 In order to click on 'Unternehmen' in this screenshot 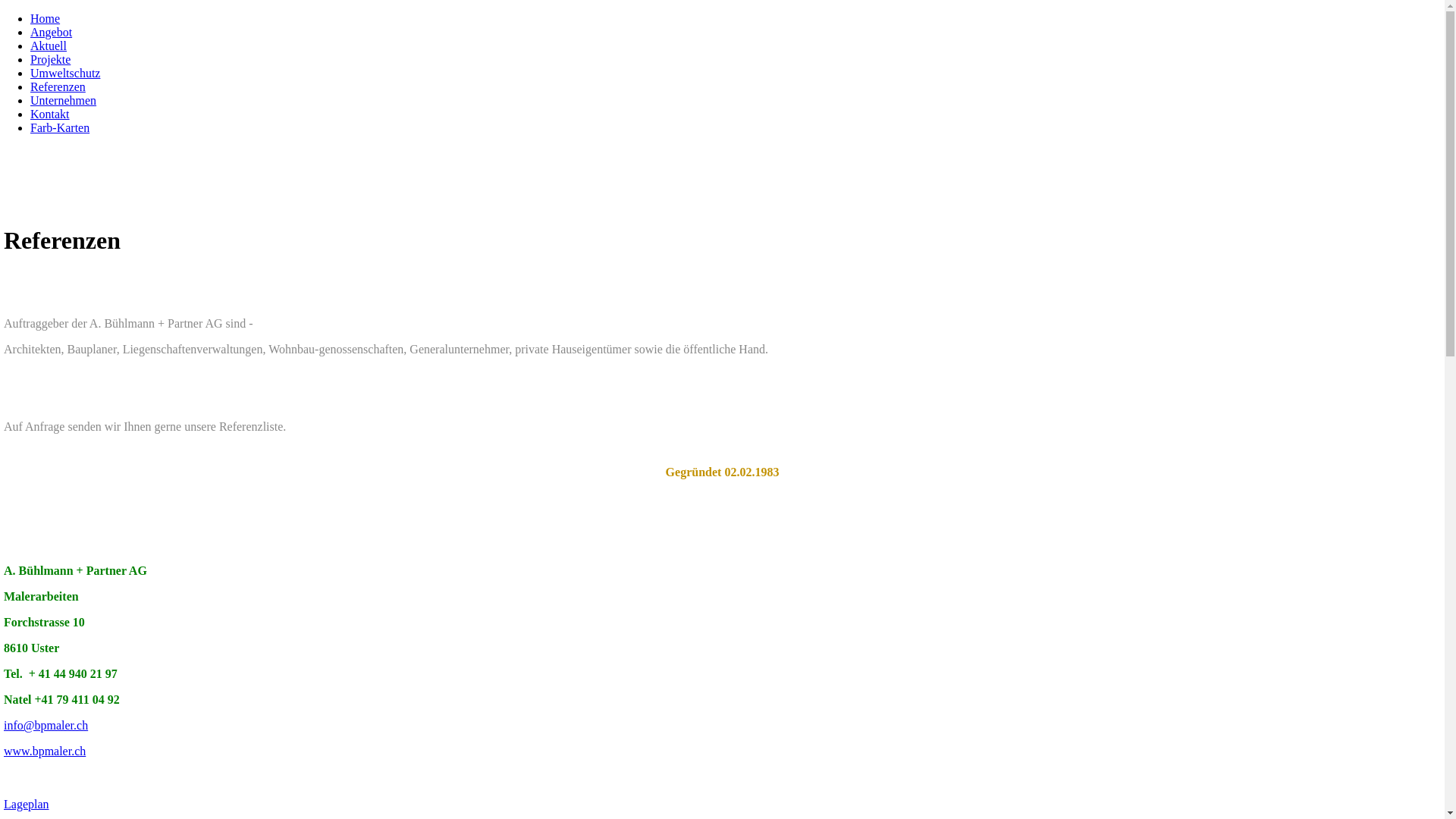, I will do `click(62, 100)`.